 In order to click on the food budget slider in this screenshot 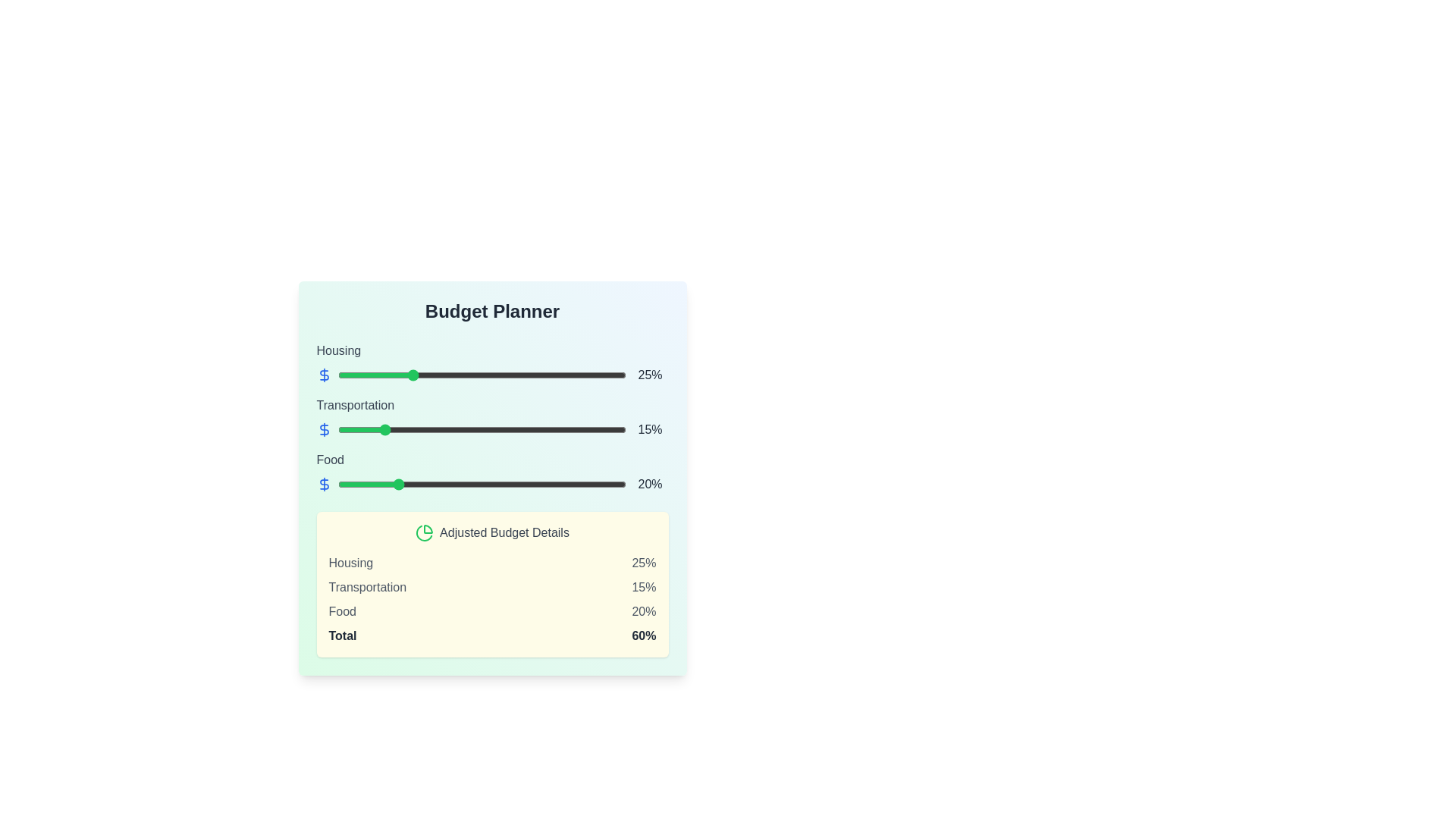, I will do `click(421, 485)`.